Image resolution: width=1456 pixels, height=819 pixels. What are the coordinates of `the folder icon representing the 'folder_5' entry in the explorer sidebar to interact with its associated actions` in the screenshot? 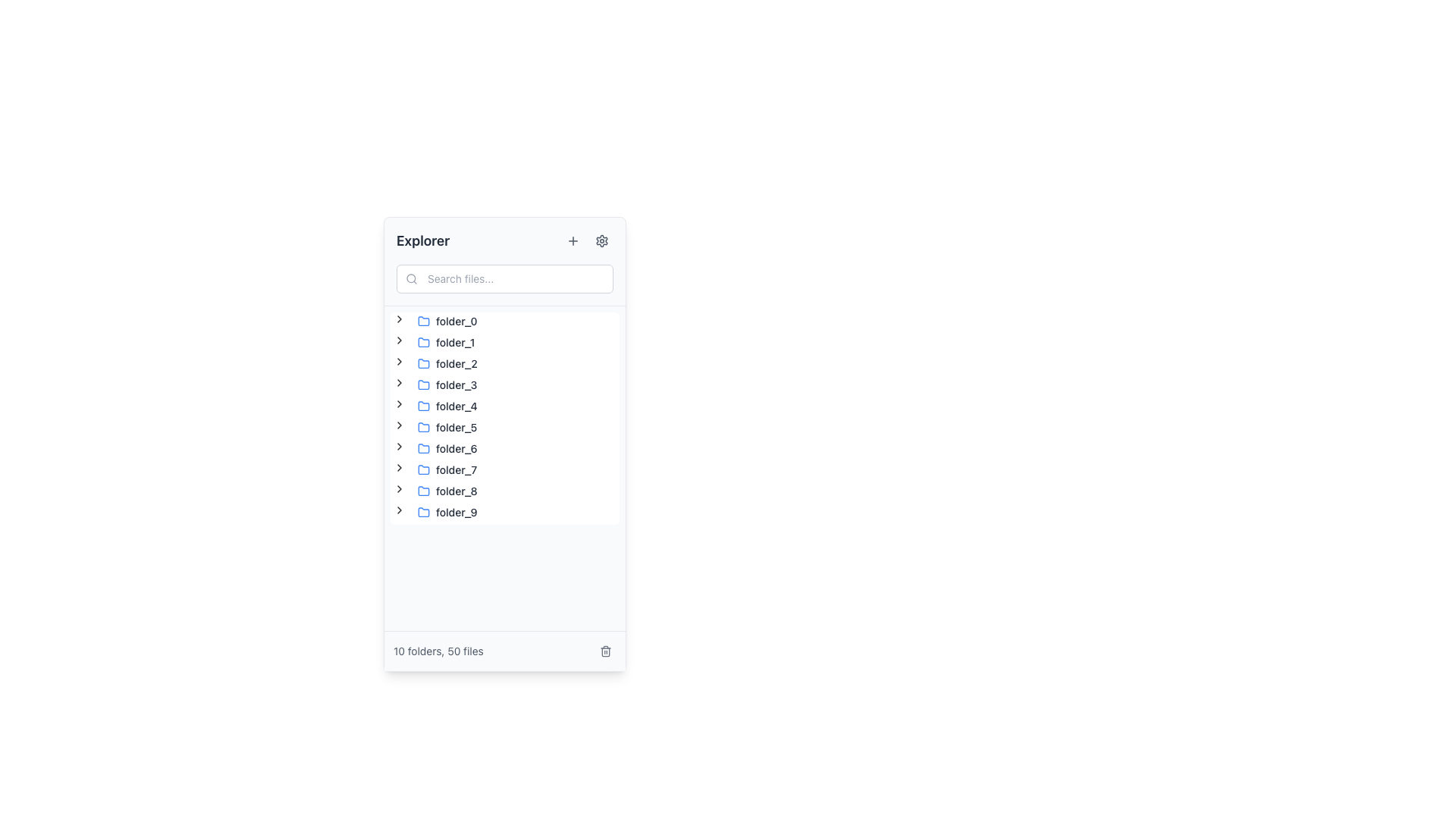 It's located at (423, 427).